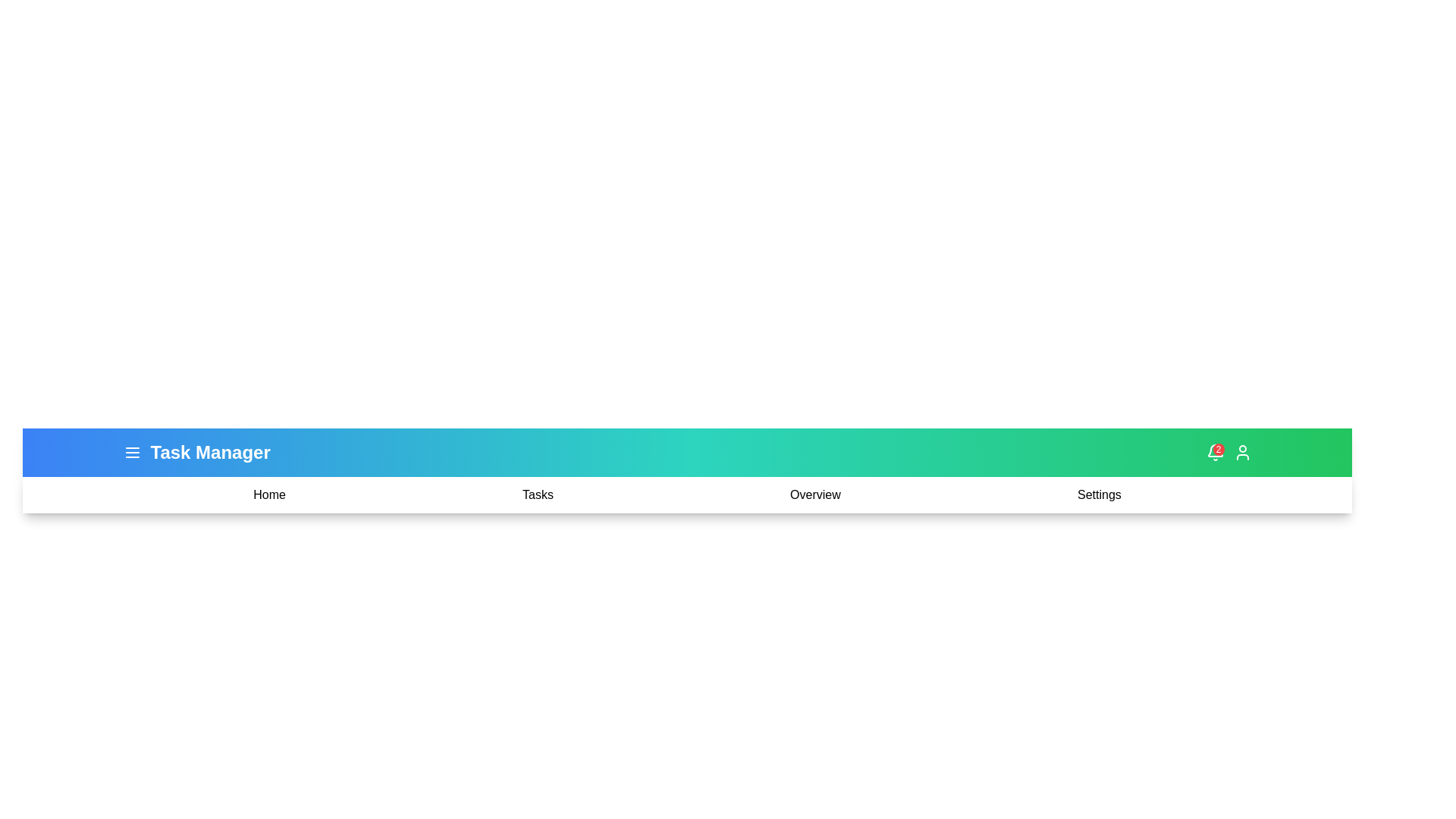 The height and width of the screenshot is (819, 1456). I want to click on the menu item Settings to navigate to the corresponding section, so click(1099, 494).